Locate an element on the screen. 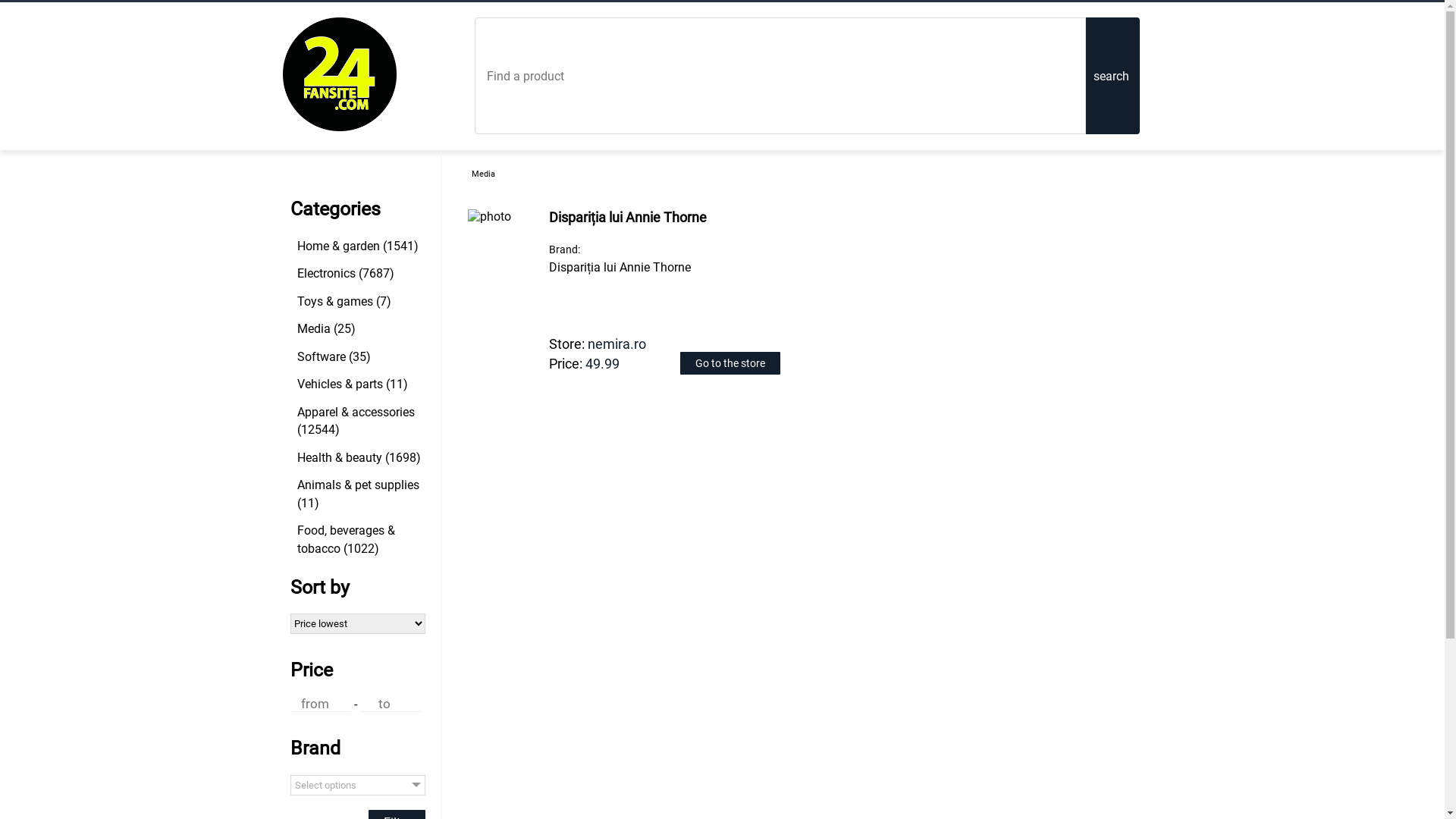 The height and width of the screenshot is (819, 1456). 'Animals & pet supplies (11)' is located at coordinates (359, 494).